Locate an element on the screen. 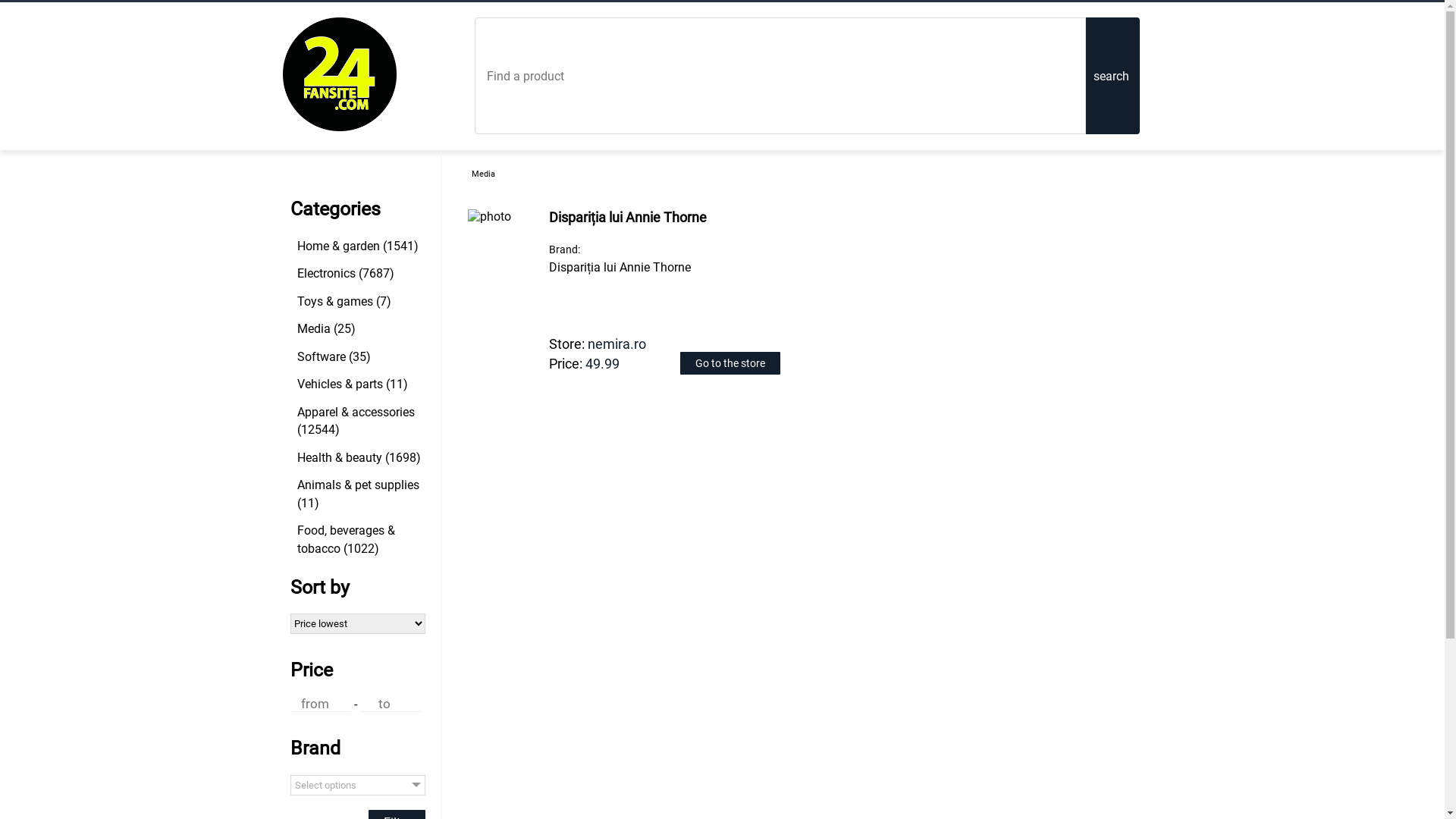 The height and width of the screenshot is (819, 1456). 'Animals & pet supplies (11)' is located at coordinates (359, 494).